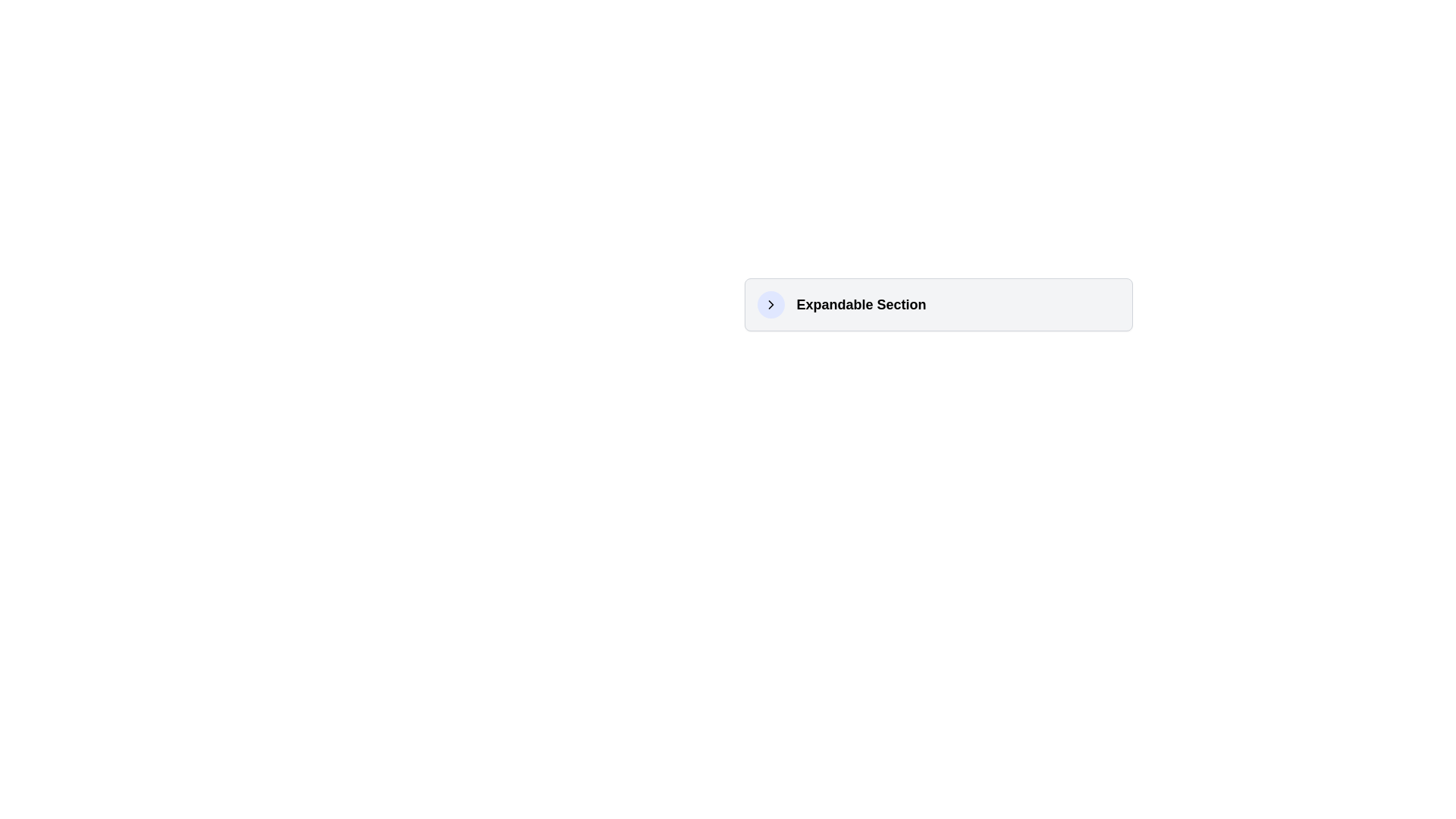 The image size is (1456, 819). What do you see at coordinates (770, 304) in the screenshot?
I see `the button with a chevron symbol pointing right, located to the left of the text 'Expandable Section'` at bounding box center [770, 304].